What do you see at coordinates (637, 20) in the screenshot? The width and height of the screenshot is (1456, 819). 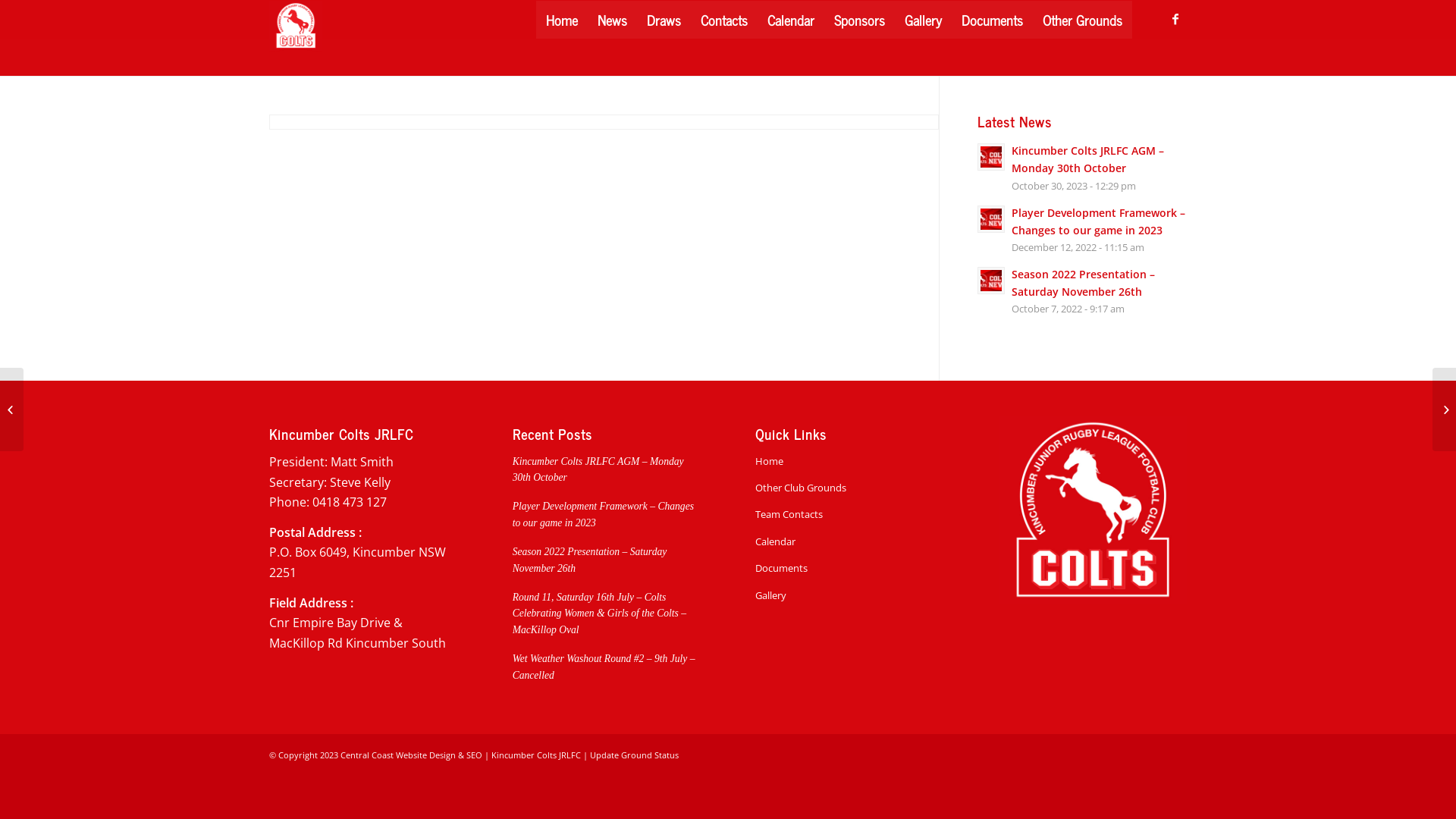 I see `'Draws'` at bounding box center [637, 20].